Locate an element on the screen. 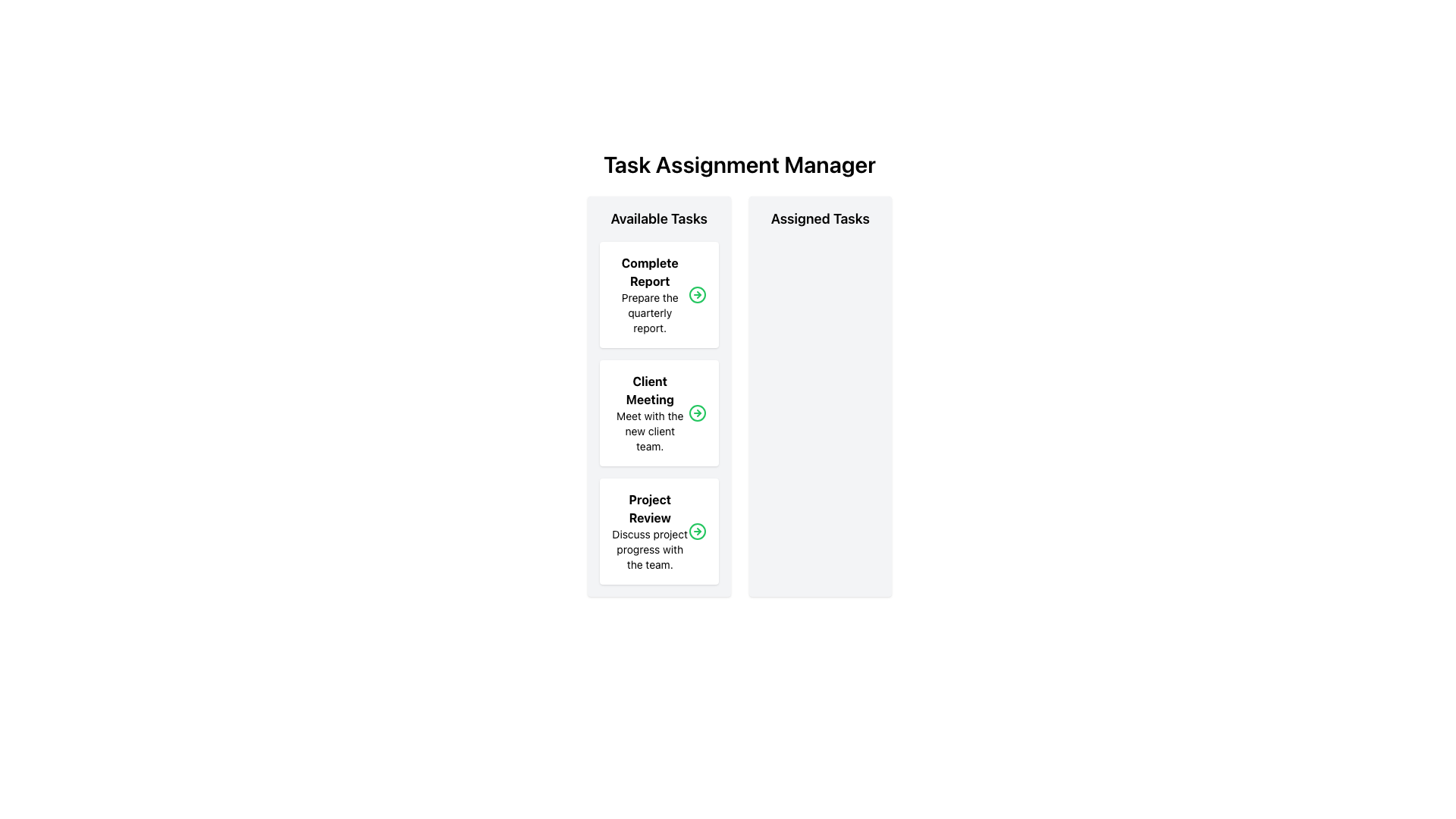  the interactive icon located at the right end of the 'Complete Report' card is located at coordinates (696, 295).